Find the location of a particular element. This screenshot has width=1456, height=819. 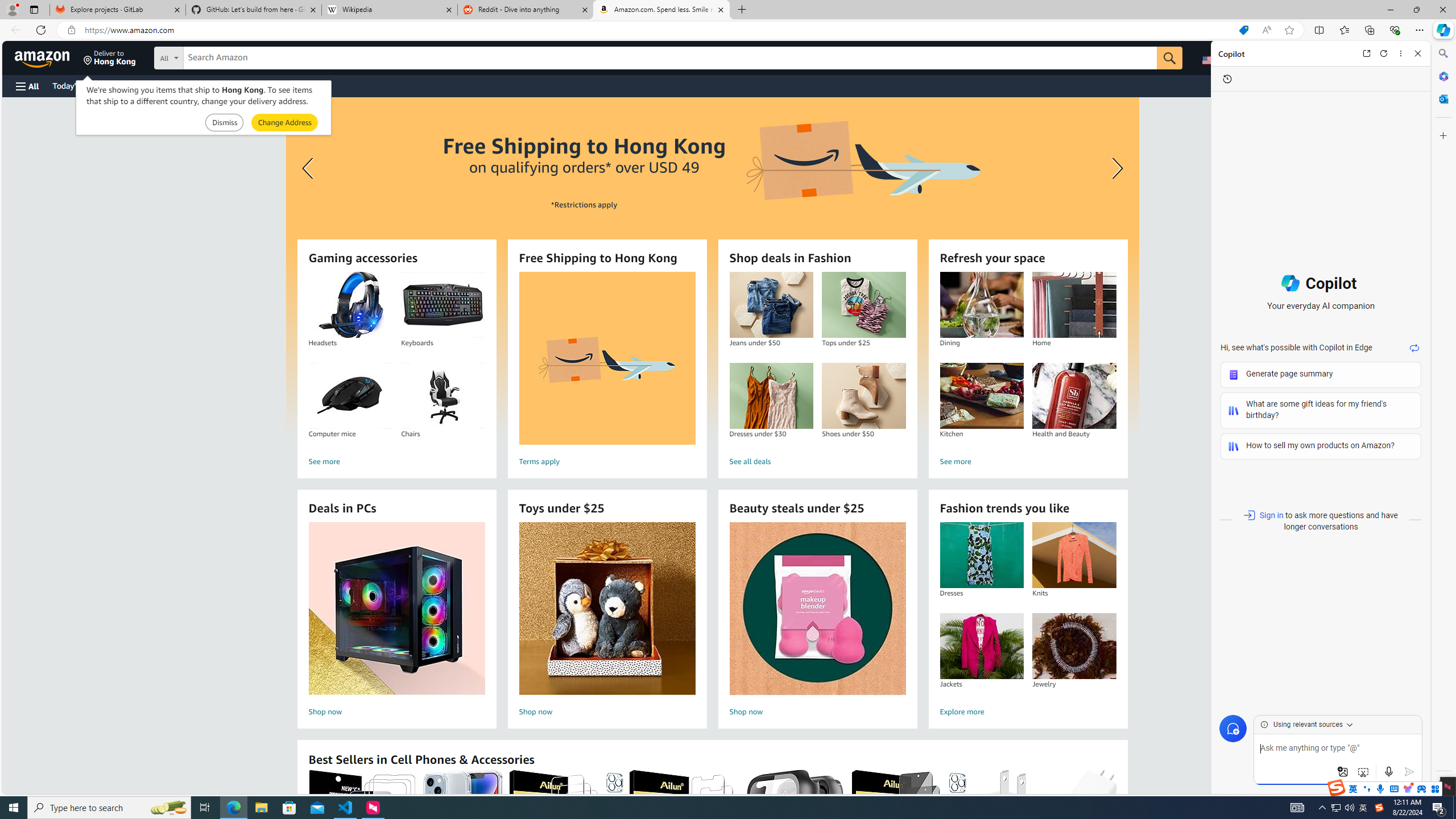

'Toys under $25 Shop now' is located at coordinates (607, 621).